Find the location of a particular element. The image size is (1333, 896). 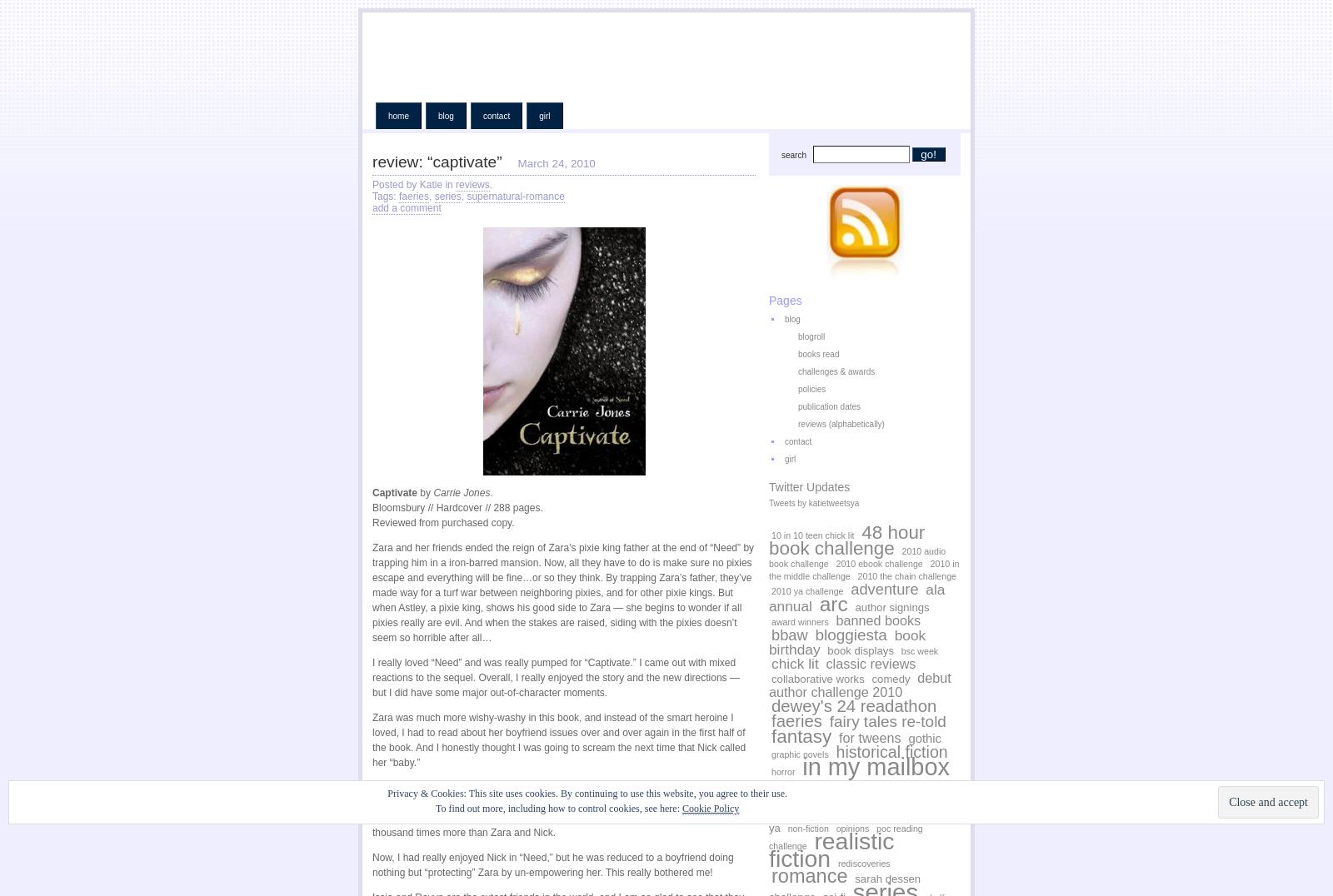

'Posted by Katie in' is located at coordinates (412, 183).